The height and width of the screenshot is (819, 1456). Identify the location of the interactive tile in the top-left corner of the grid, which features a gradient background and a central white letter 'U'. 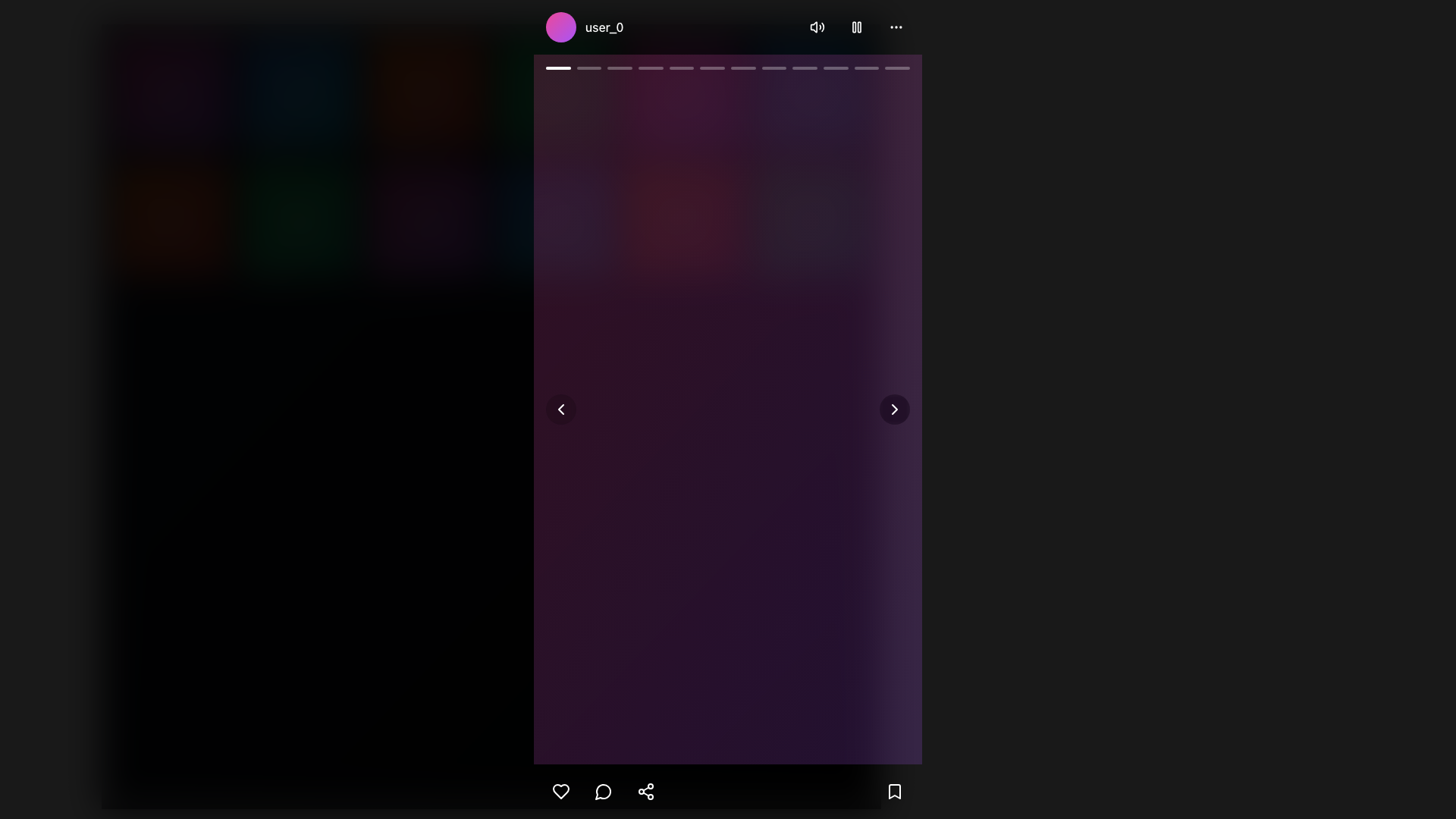
(171, 94).